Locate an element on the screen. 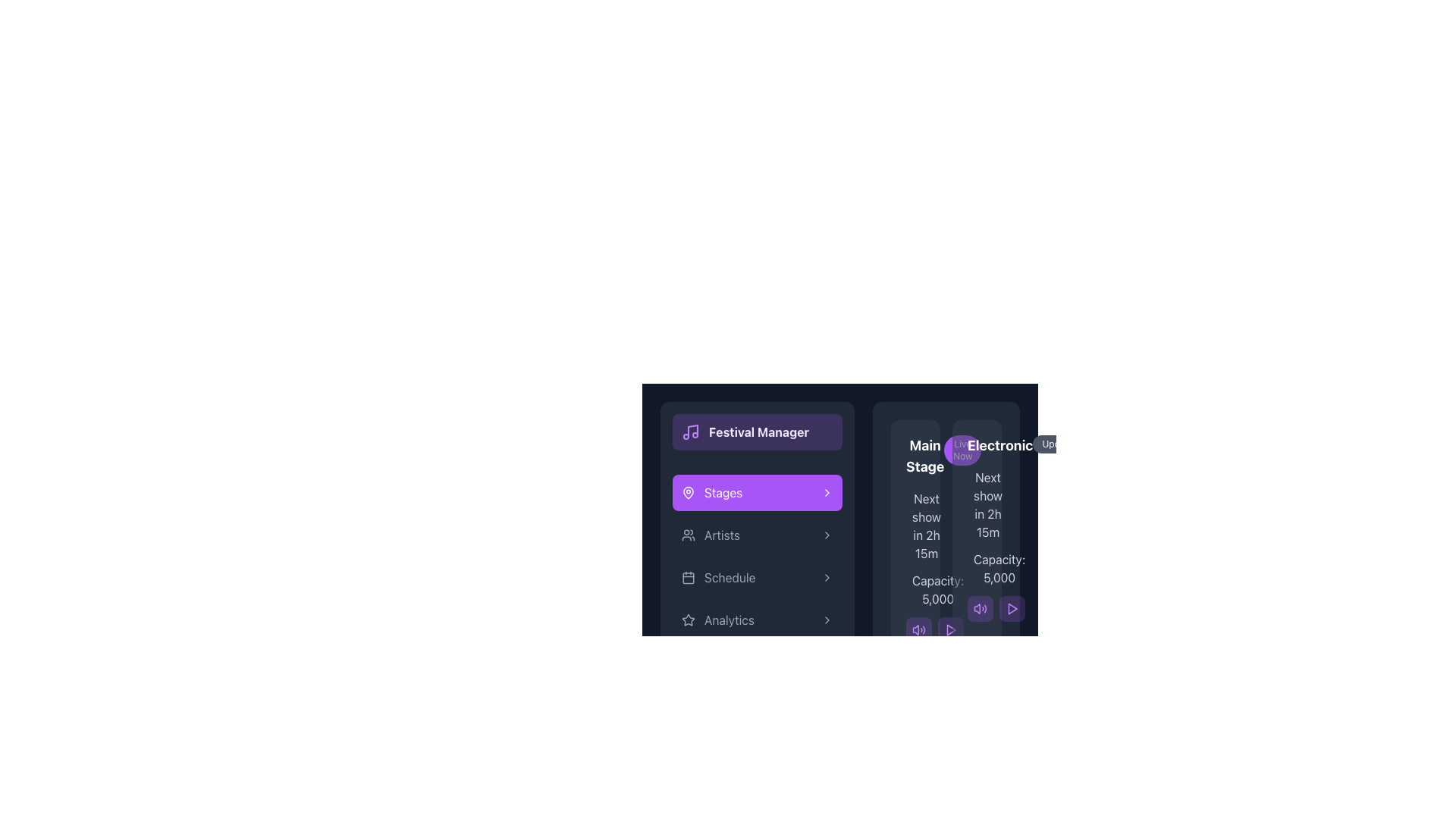  the 'Schedule' button, which is the fourth button in the vertical menu list under 'Festival Manager', located below the 'Artists' button and above the 'Analytics' button is located at coordinates (757, 578).